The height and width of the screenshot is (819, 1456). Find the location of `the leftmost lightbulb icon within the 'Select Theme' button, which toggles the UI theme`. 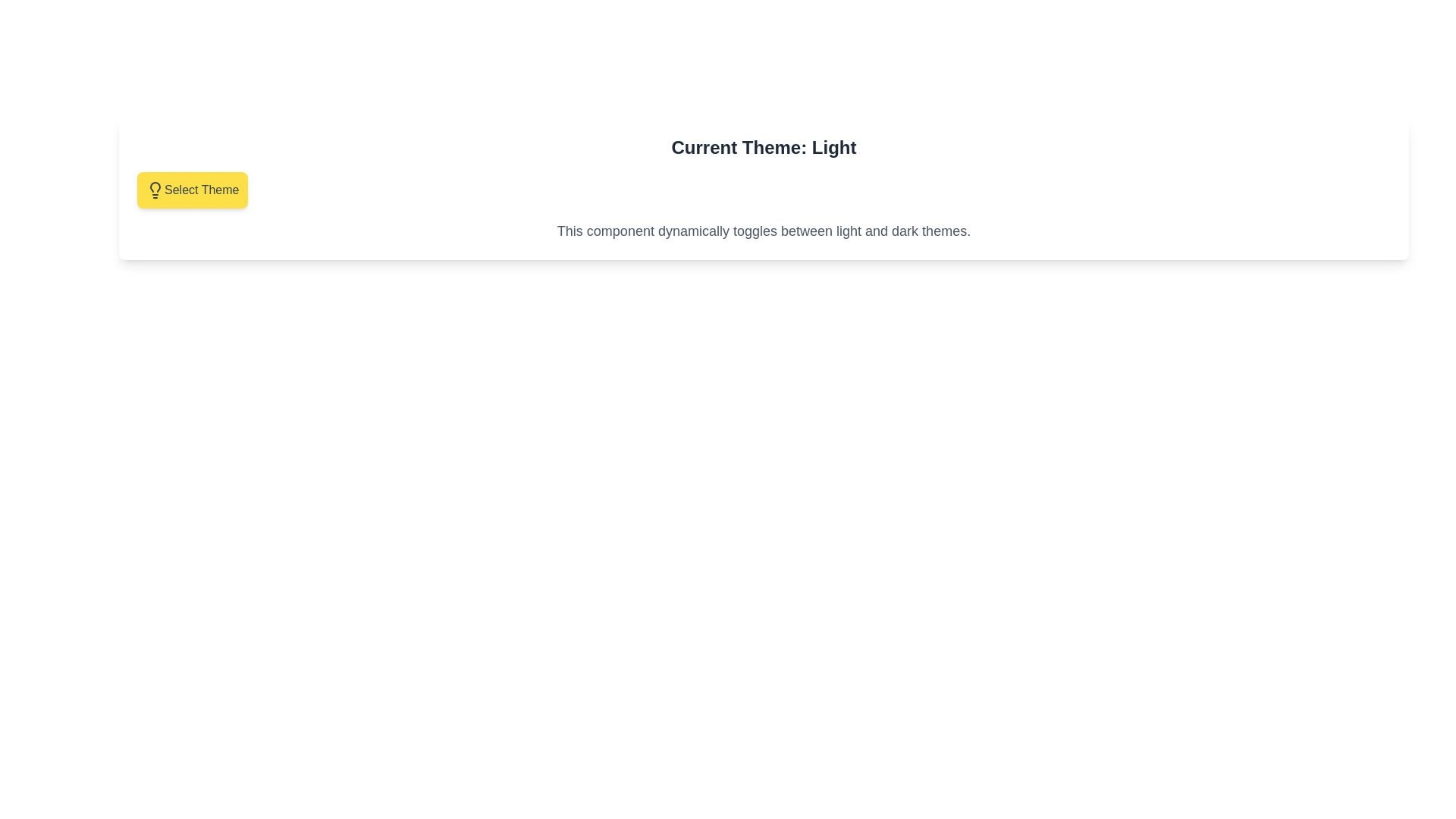

the leftmost lightbulb icon within the 'Select Theme' button, which toggles the UI theme is located at coordinates (155, 189).